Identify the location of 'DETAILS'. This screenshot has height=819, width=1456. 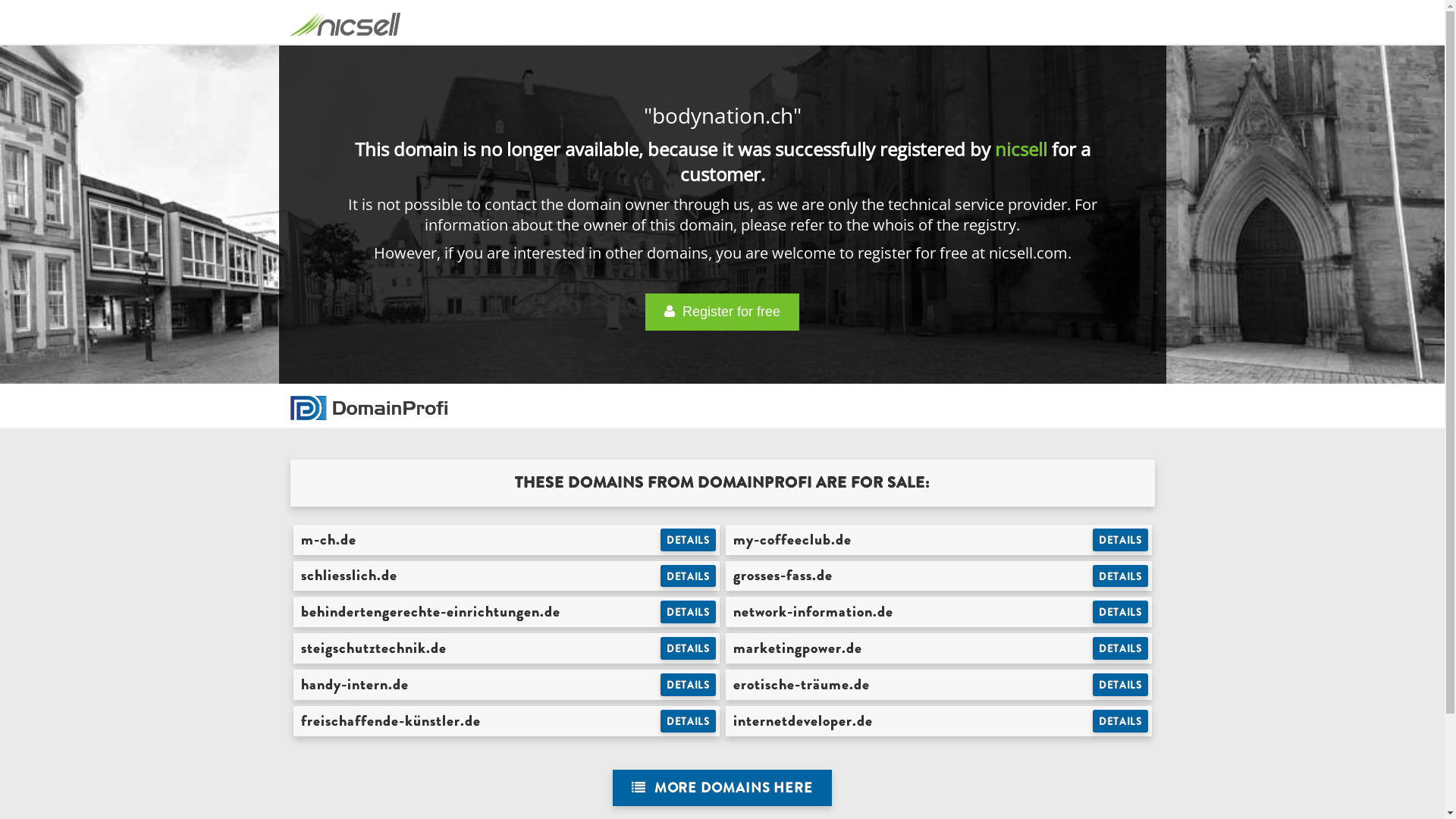
(1120, 576).